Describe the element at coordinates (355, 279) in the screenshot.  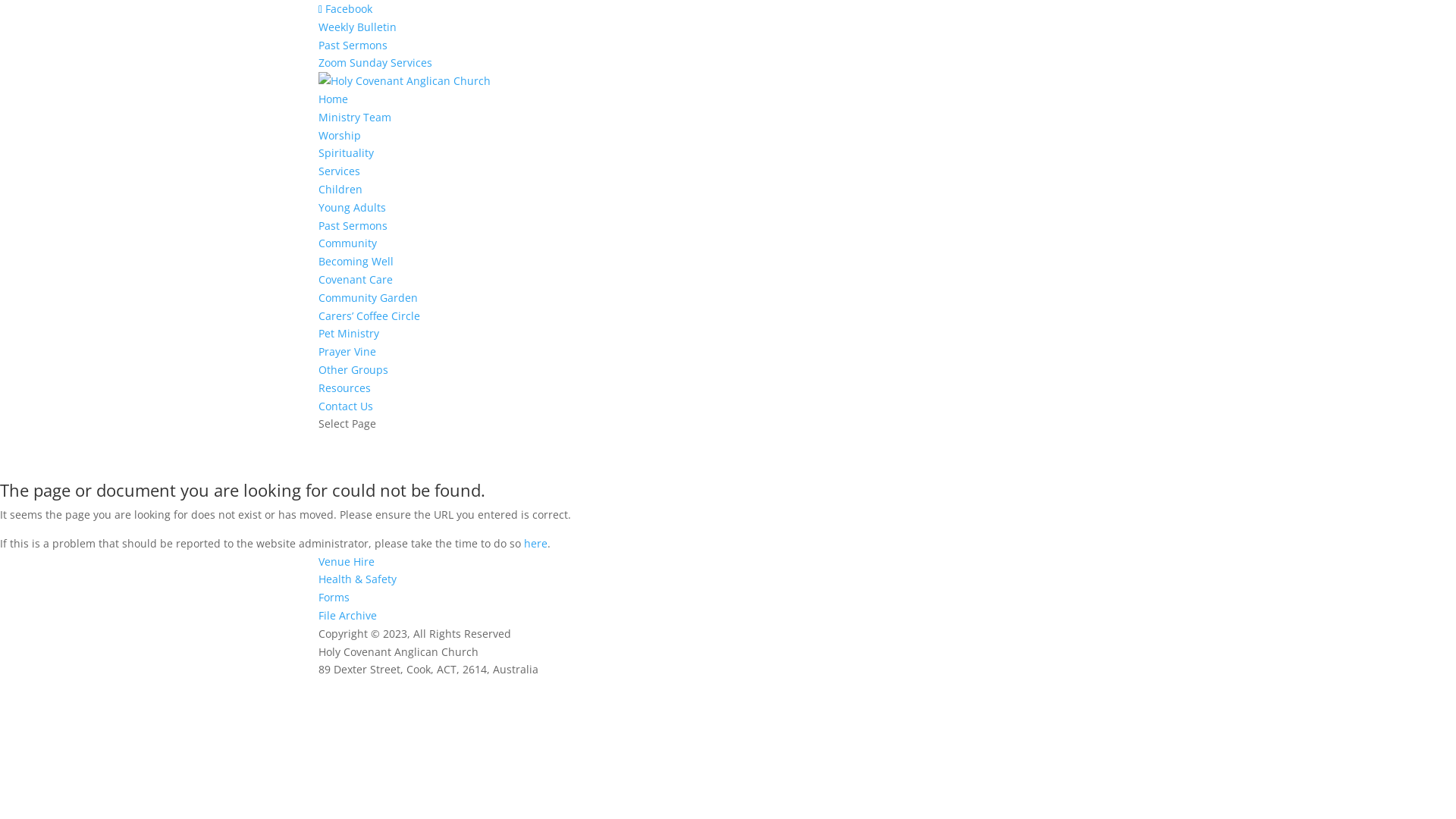
I see `'Covenant Care'` at that location.